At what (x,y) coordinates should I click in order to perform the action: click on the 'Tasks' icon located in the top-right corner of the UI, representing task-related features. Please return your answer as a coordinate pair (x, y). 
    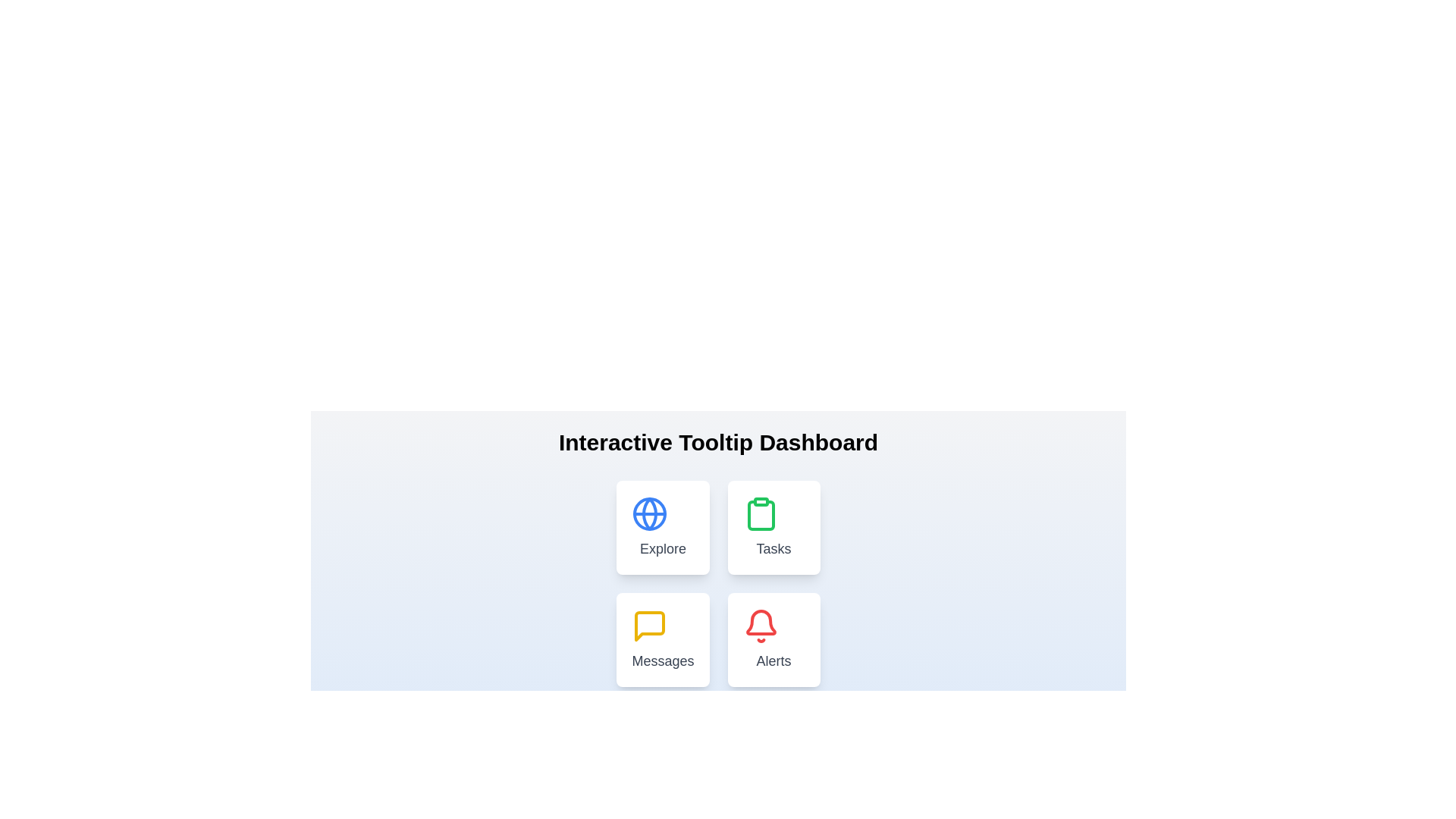
    Looking at the image, I should click on (761, 513).